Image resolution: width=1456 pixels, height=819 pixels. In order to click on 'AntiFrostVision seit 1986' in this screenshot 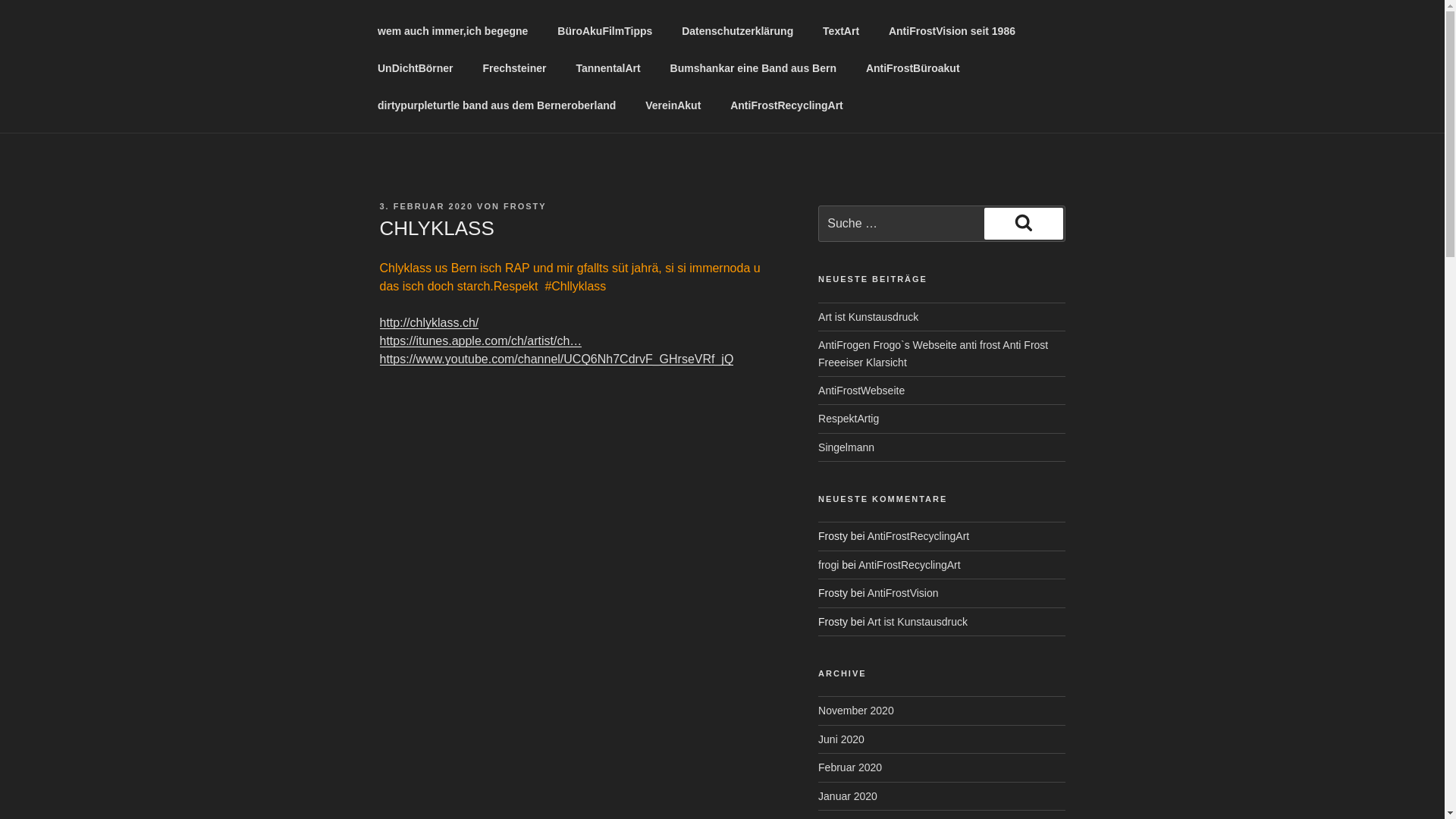, I will do `click(950, 31)`.